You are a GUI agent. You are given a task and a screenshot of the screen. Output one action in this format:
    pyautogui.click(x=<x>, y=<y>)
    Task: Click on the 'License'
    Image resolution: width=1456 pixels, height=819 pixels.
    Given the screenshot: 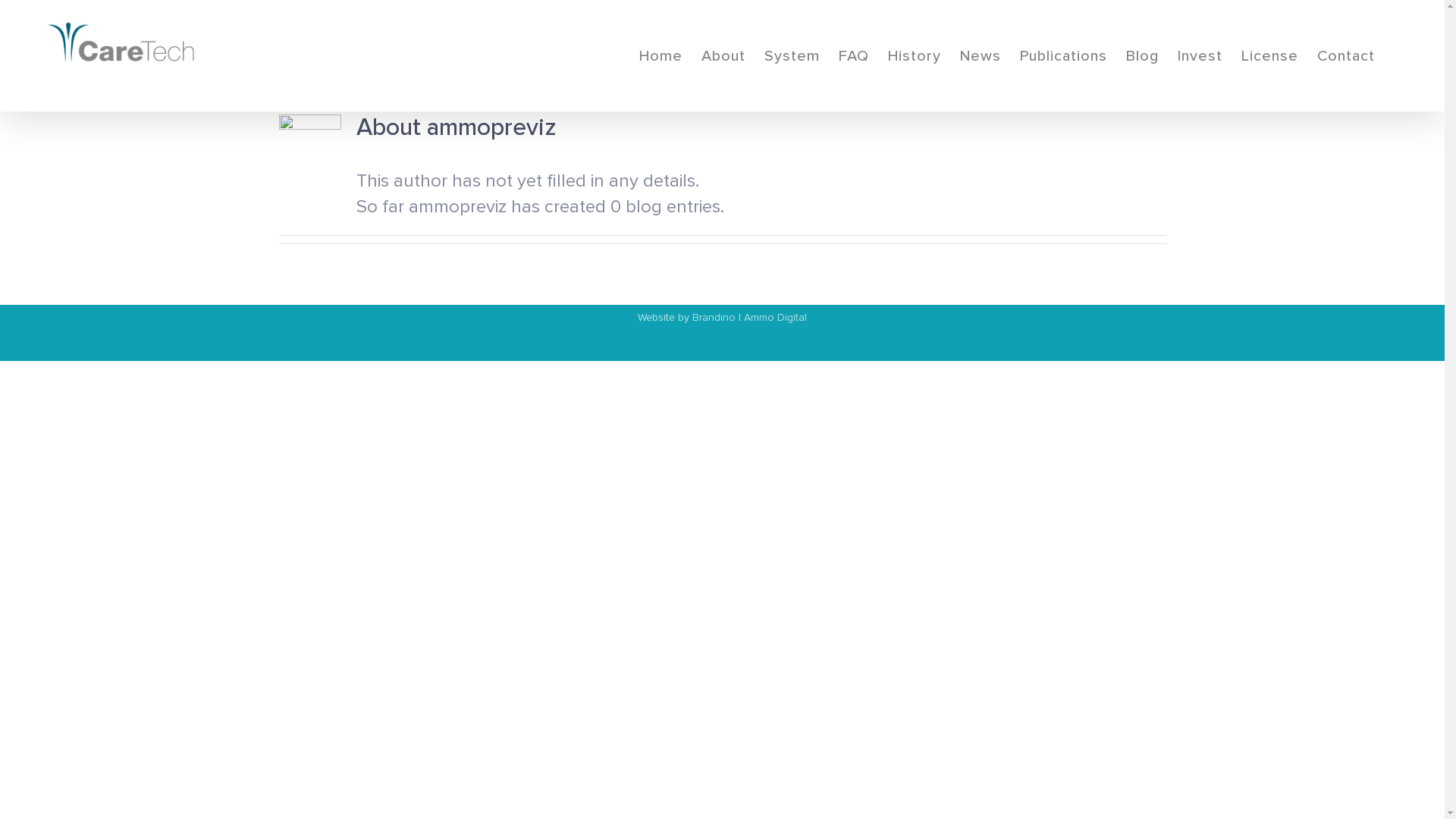 What is the action you would take?
    pyautogui.click(x=1269, y=55)
    